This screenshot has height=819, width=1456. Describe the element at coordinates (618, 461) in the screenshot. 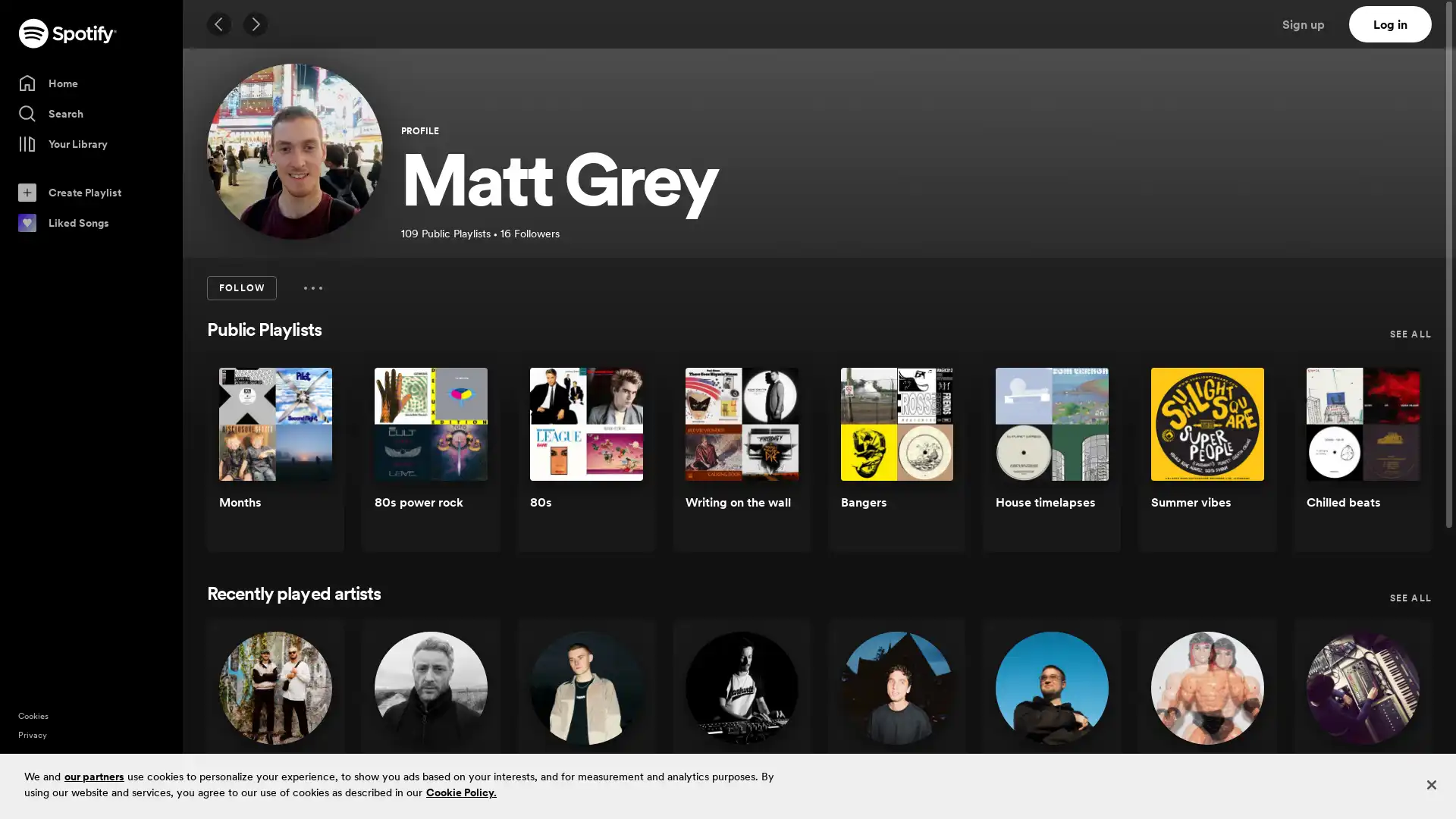

I see `Play 80s` at that location.